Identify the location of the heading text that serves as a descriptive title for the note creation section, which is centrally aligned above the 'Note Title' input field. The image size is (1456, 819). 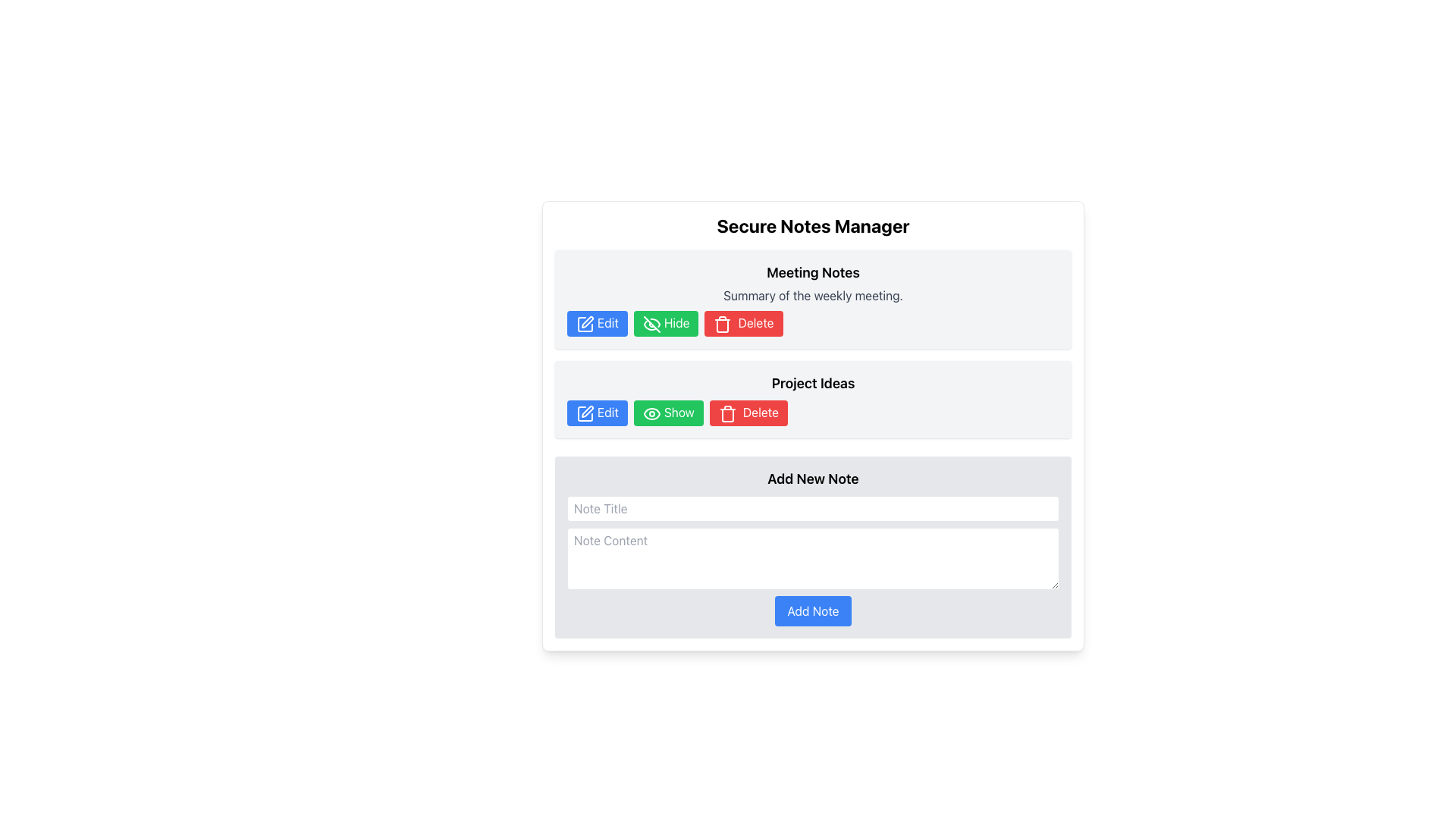
(812, 479).